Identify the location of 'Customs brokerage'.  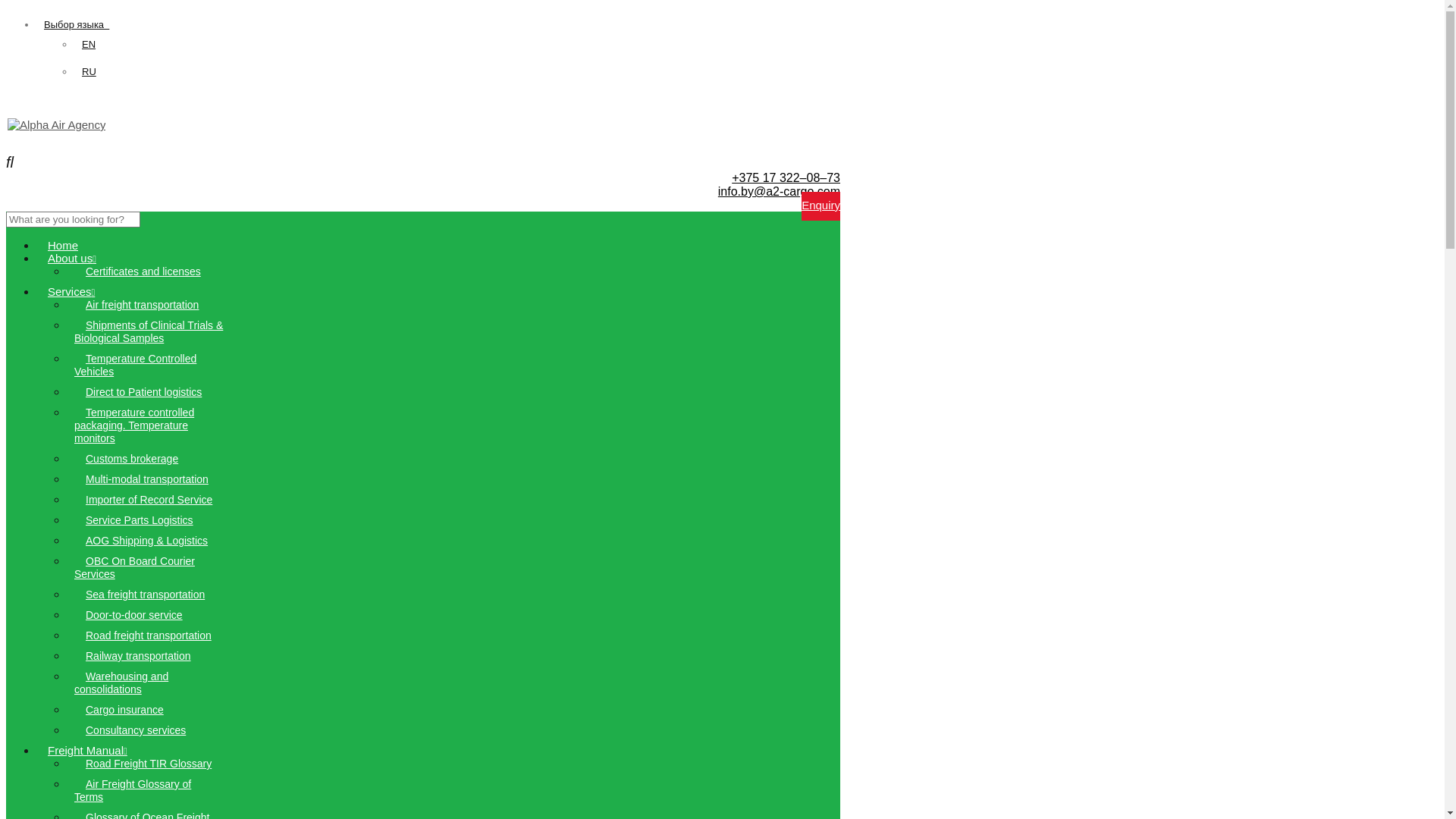
(131, 458).